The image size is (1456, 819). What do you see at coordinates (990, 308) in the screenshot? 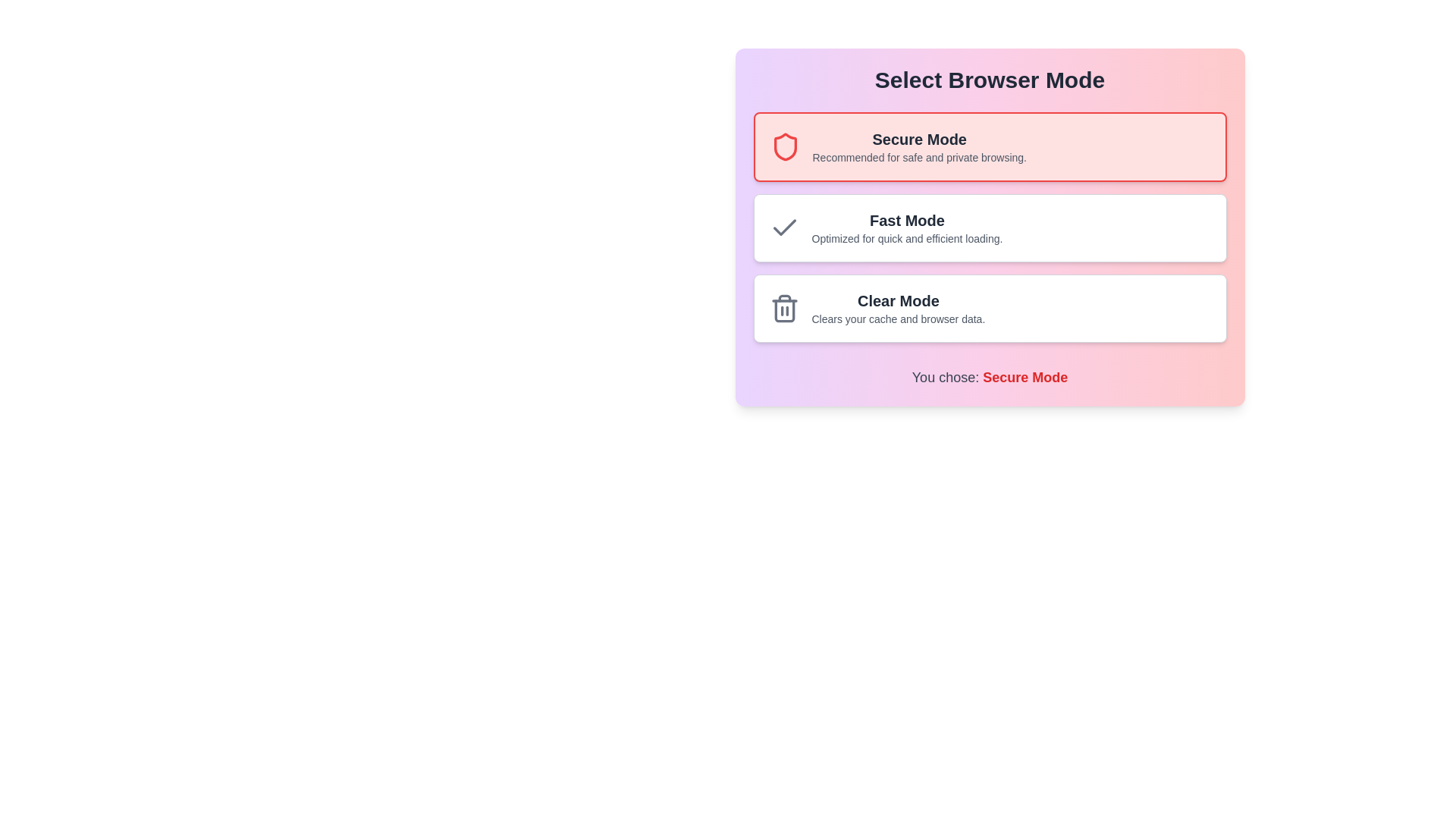
I see `the 'Clear Mode' selectable panel` at bounding box center [990, 308].